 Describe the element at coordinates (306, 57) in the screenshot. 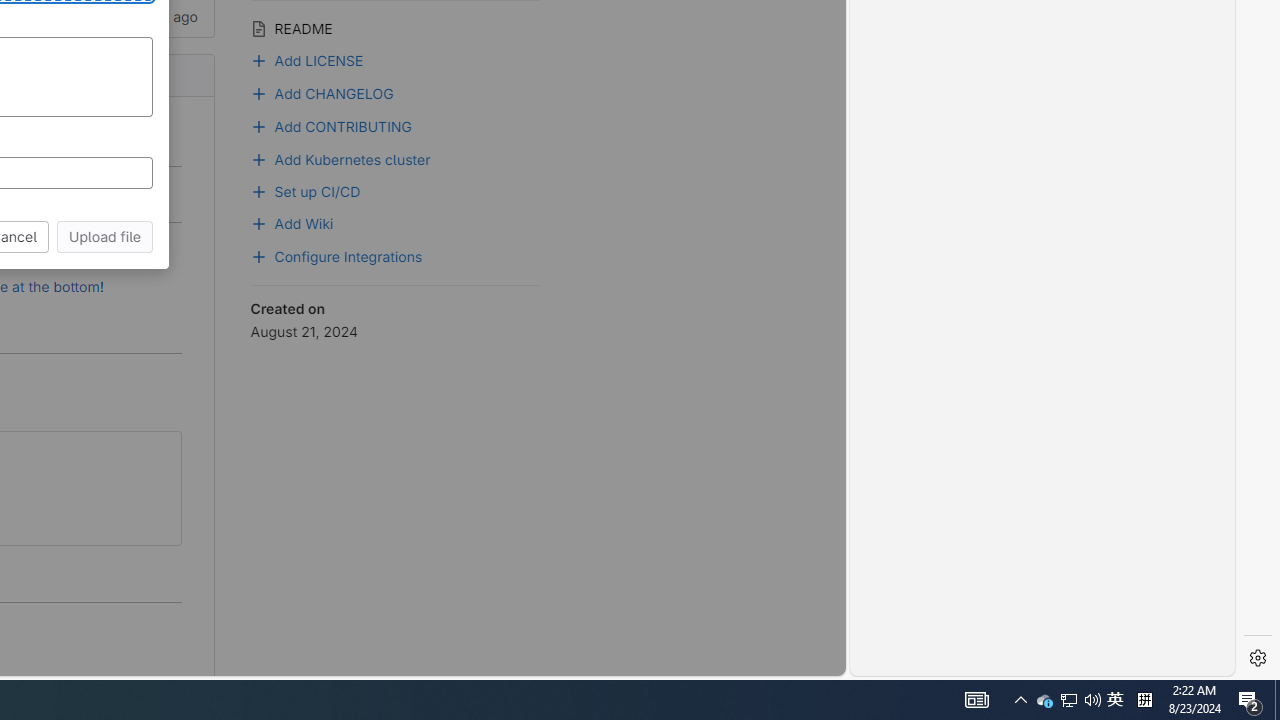

I see `'Add LICENSE'` at that location.